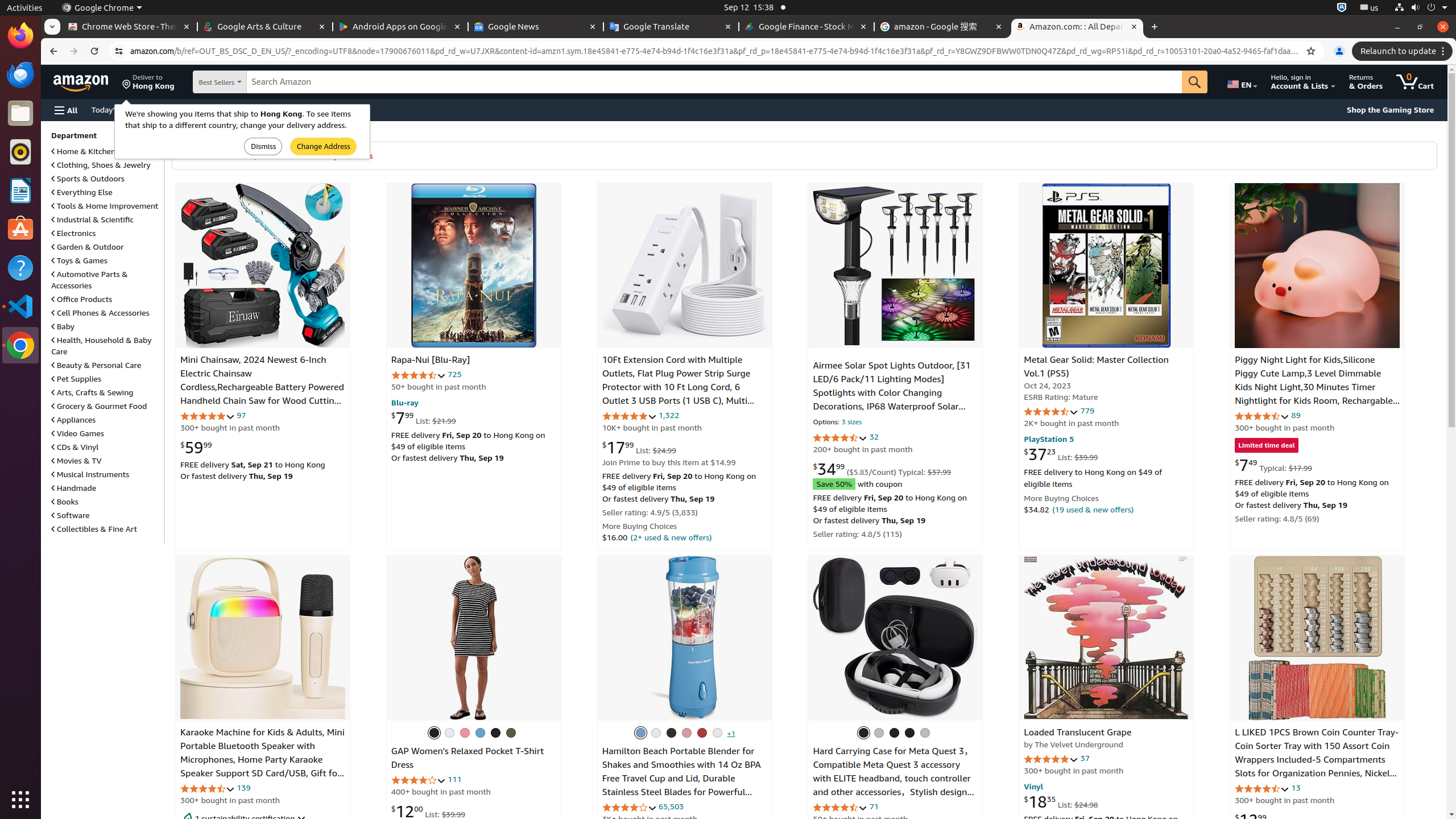 The height and width of the screenshot is (819, 1456). Describe the element at coordinates (717, 731) in the screenshot. I see `'White'` at that location.